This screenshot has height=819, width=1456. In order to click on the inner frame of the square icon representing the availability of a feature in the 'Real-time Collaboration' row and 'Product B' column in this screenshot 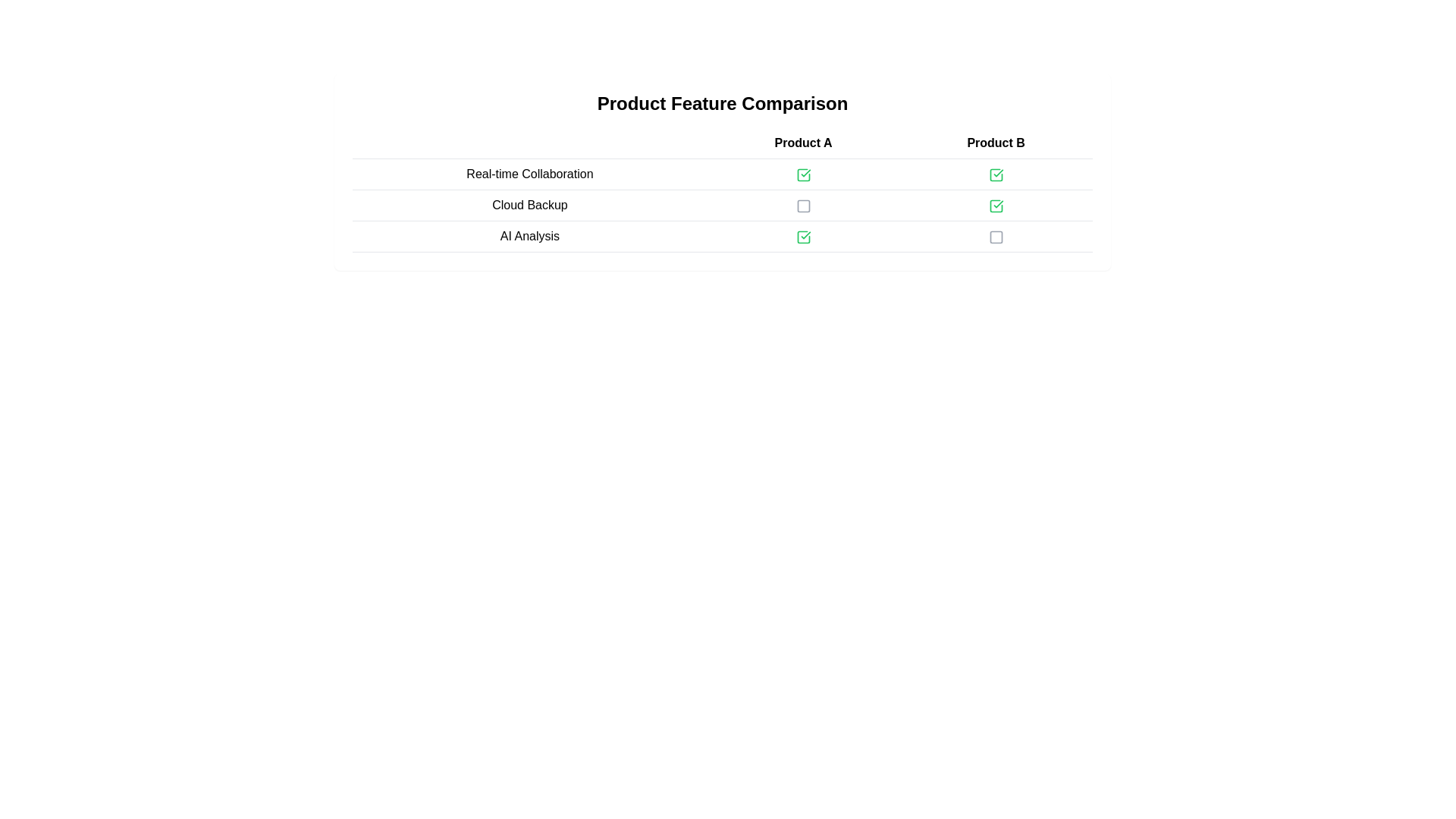, I will do `click(802, 174)`.